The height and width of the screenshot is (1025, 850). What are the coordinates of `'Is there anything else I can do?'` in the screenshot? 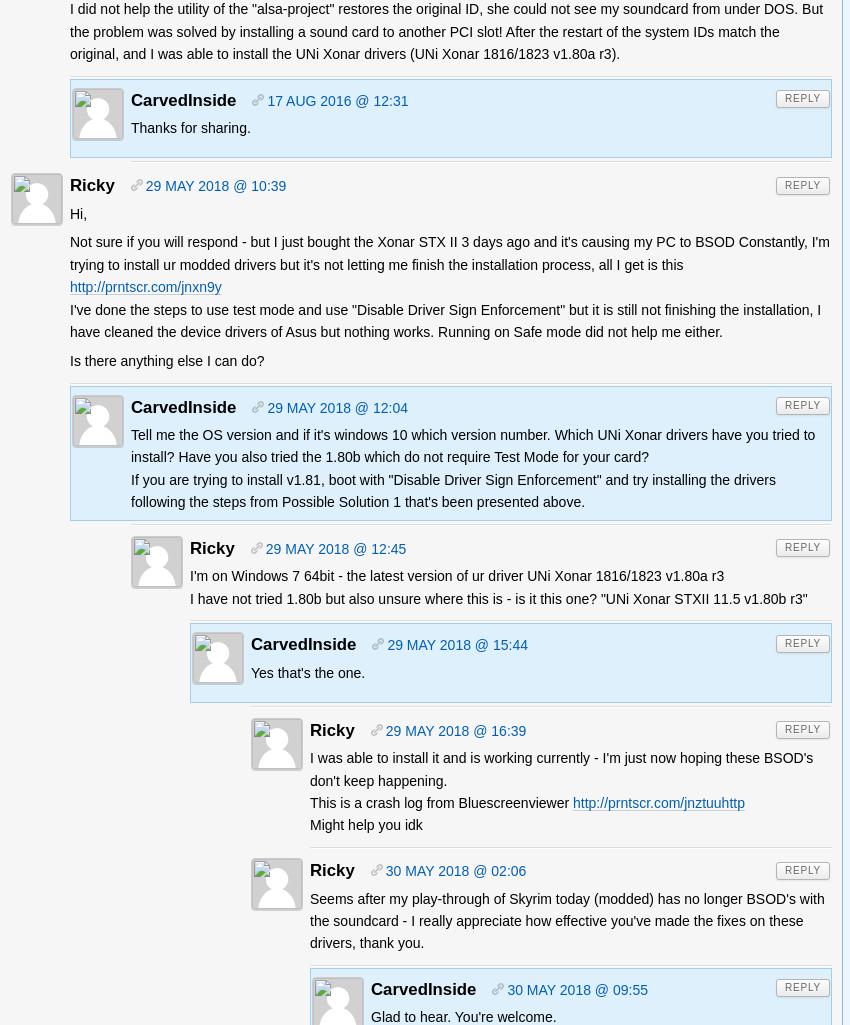 It's located at (70, 358).